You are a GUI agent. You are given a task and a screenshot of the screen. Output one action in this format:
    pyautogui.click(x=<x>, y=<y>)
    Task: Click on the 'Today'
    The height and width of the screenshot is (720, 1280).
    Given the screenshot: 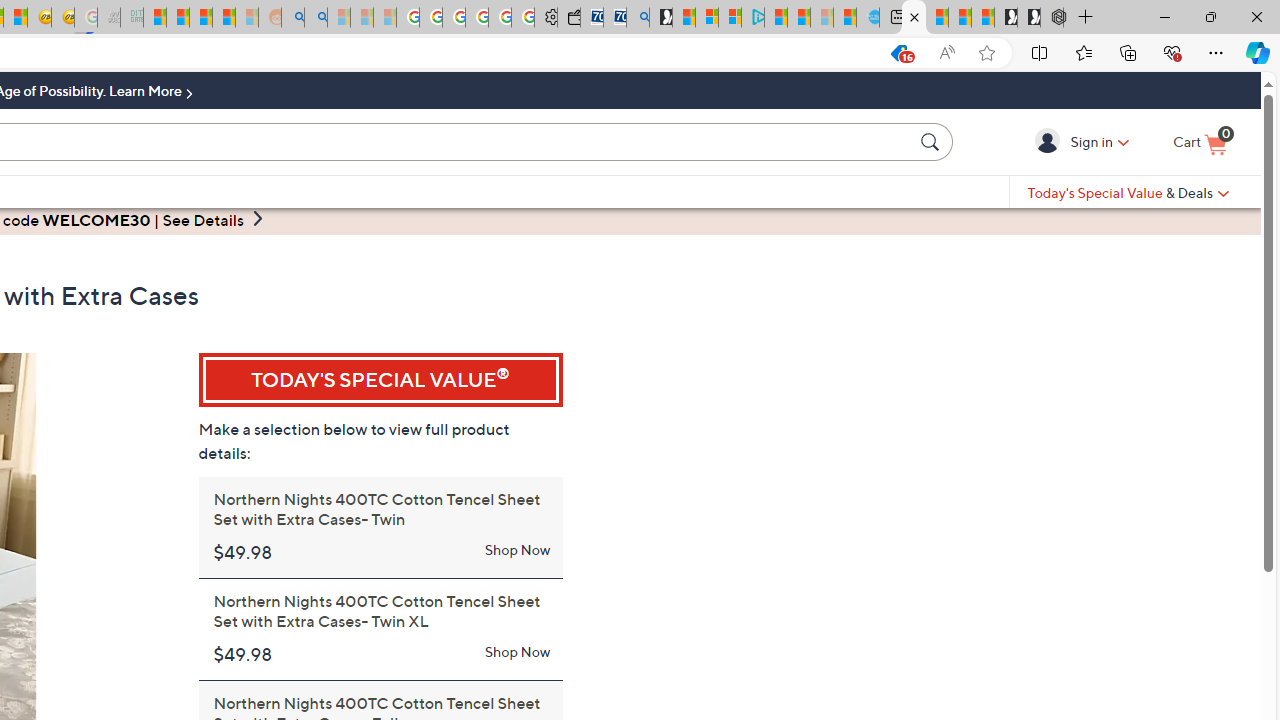 What is the action you would take?
    pyautogui.click(x=1128, y=192)
    